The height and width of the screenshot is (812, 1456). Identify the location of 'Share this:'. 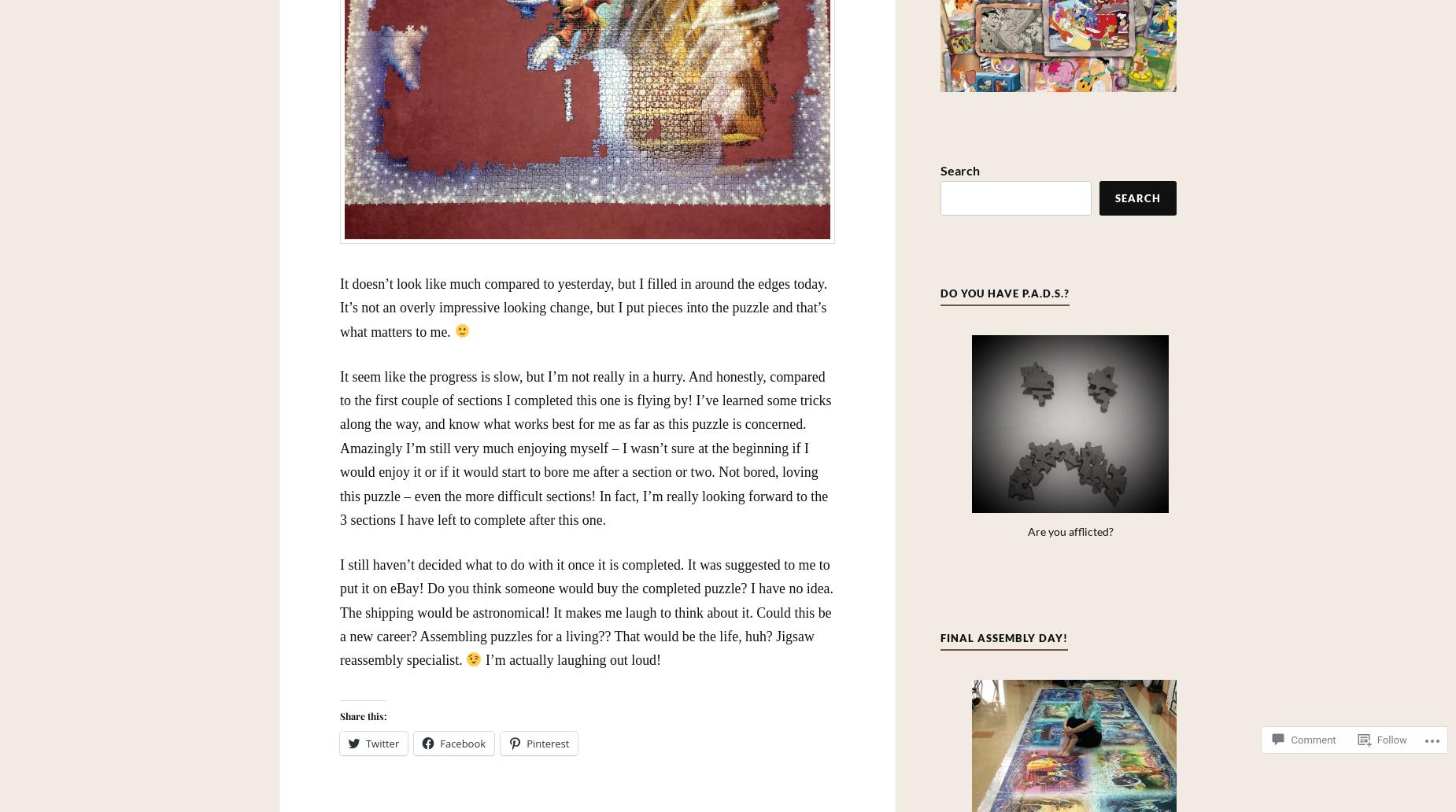
(362, 715).